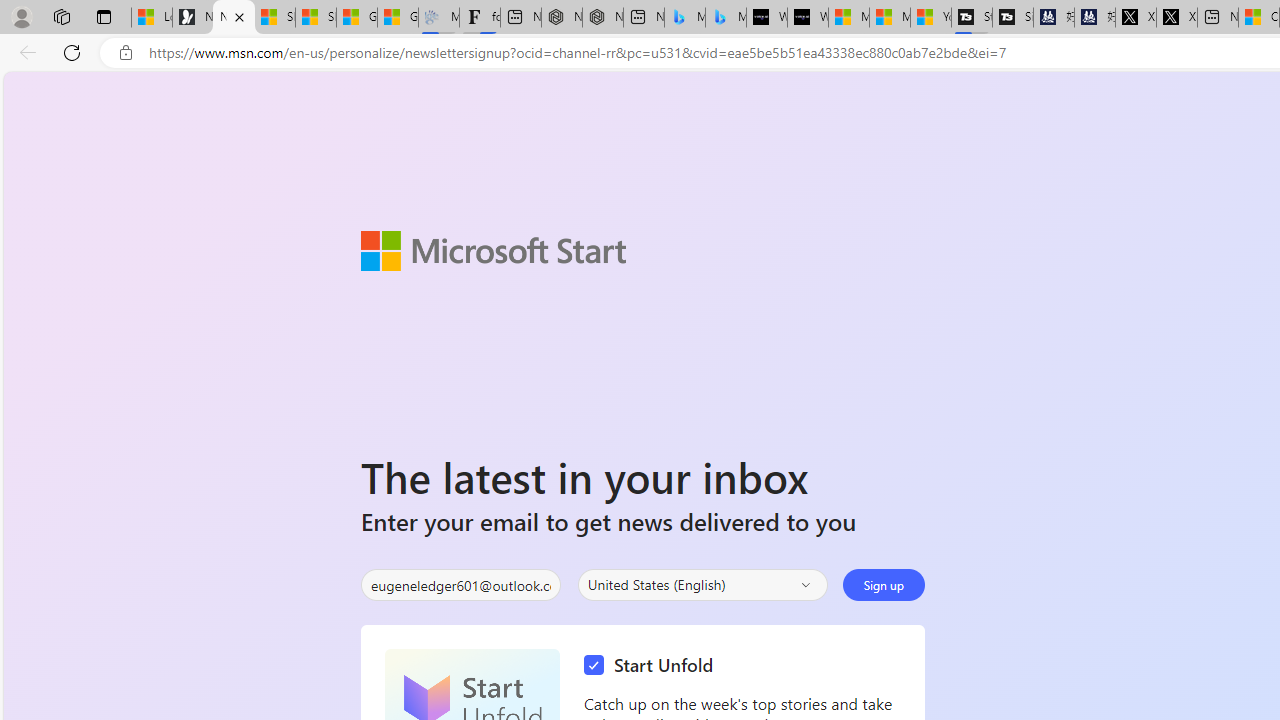 Image resolution: width=1280 pixels, height=720 pixels. I want to click on 'Enter your email', so click(459, 585).